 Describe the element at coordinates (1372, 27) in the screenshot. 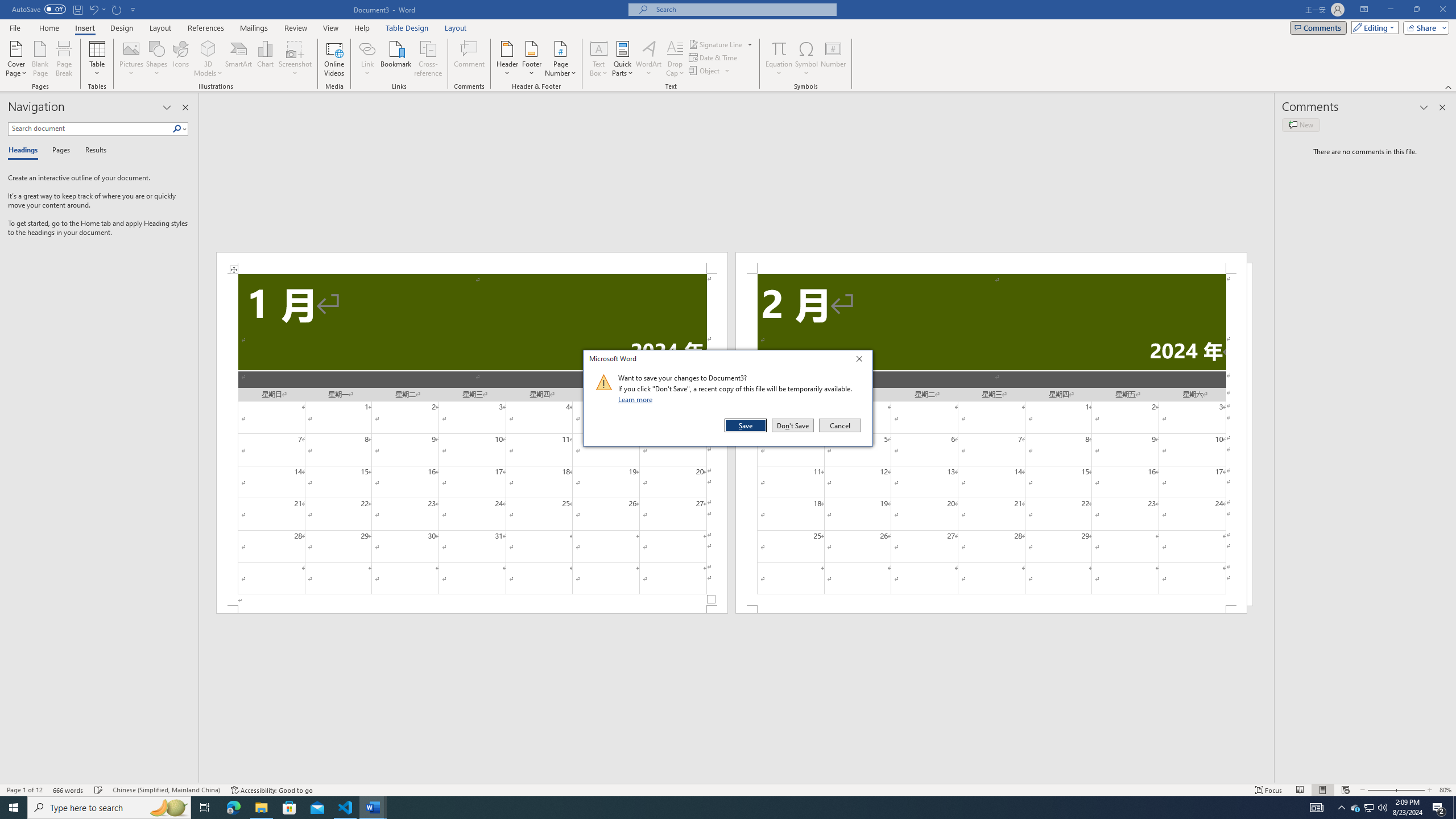

I see `'Mode'` at that location.